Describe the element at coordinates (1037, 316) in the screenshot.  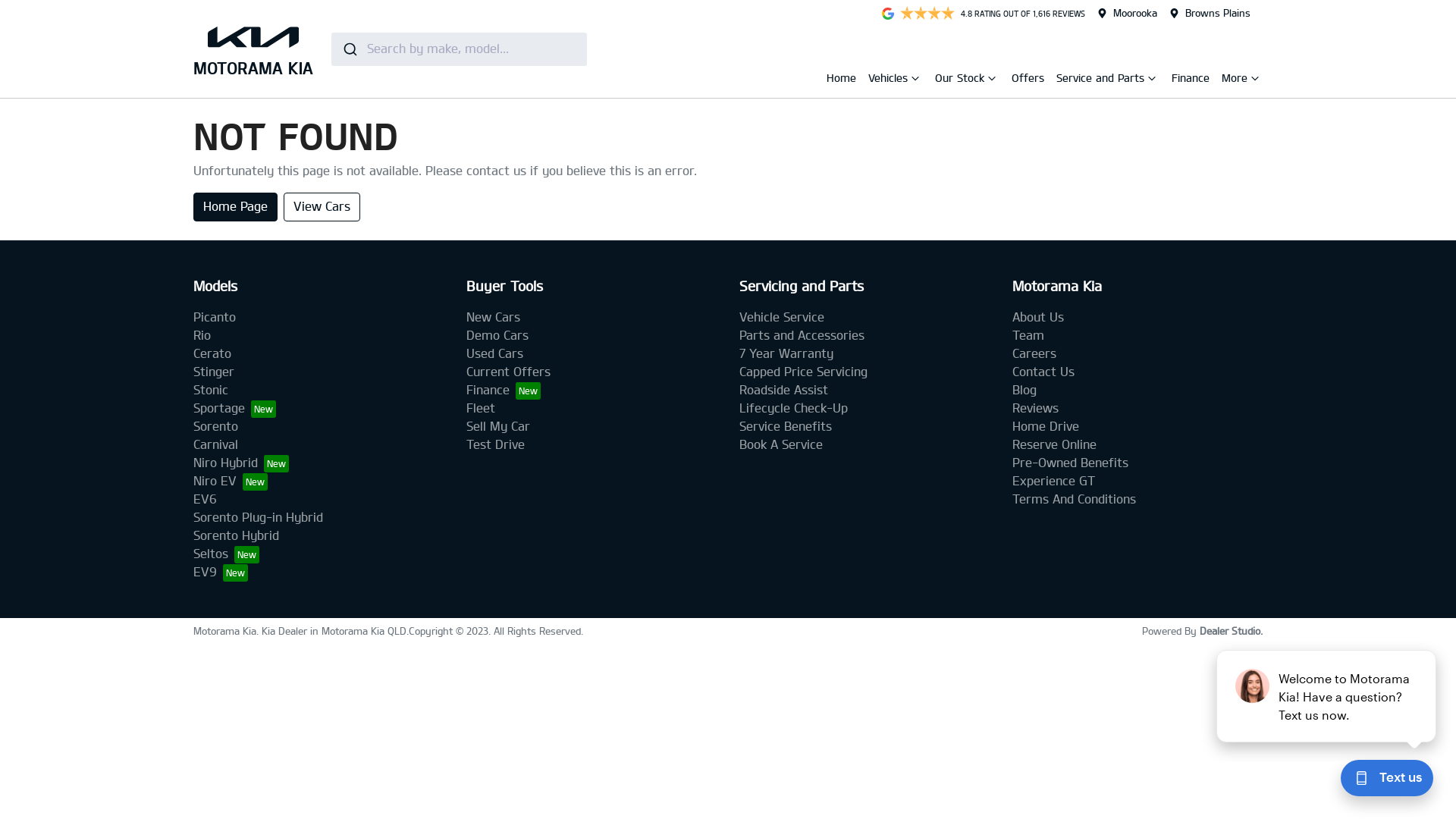
I see `'About Us'` at that location.